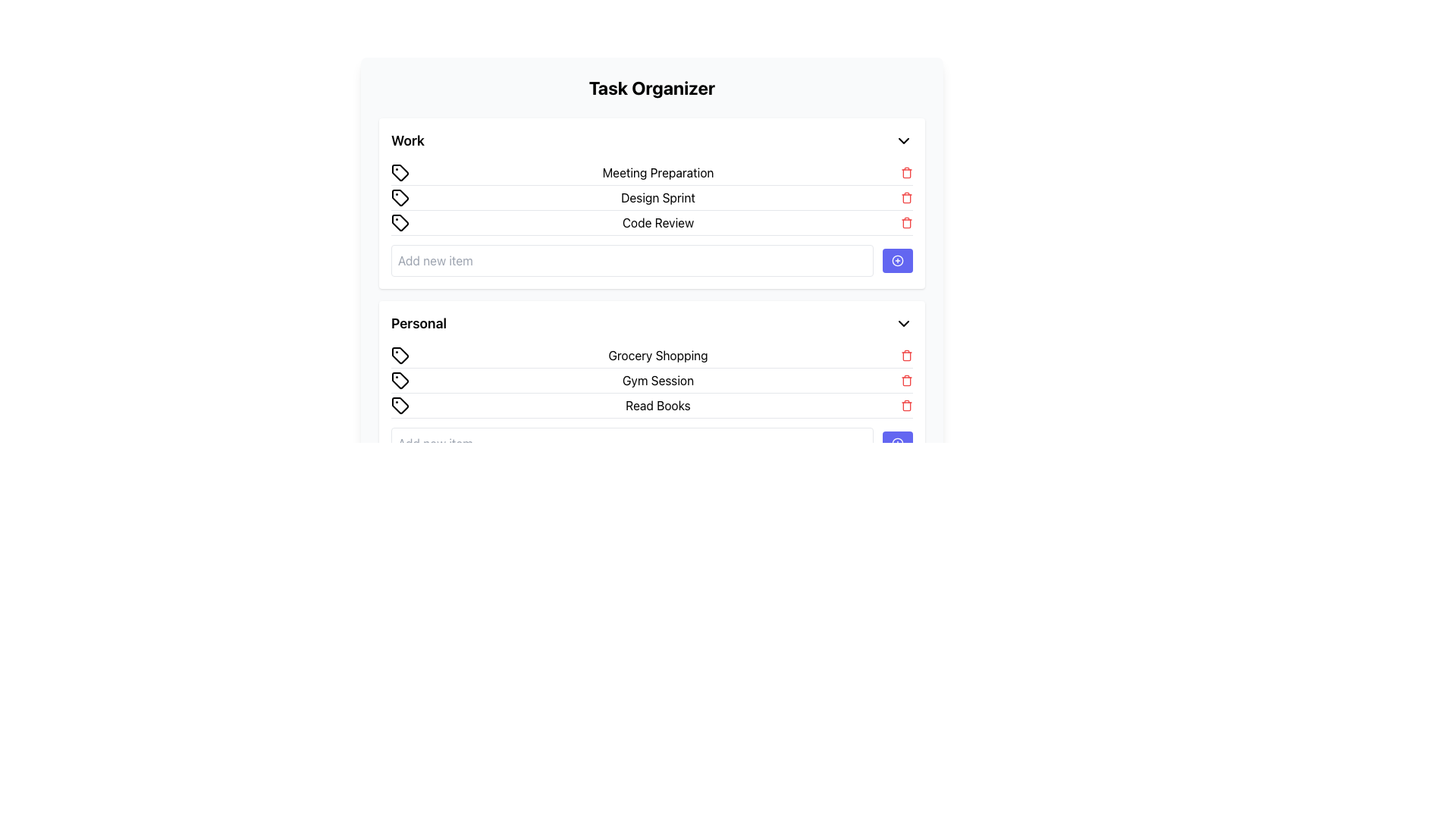 This screenshot has width=1456, height=819. What do you see at coordinates (400, 405) in the screenshot?
I see `the tag icon located at the third position in the 'Personal' category, which has a rounded rectangular shape and a small filled circle` at bounding box center [400, 405].